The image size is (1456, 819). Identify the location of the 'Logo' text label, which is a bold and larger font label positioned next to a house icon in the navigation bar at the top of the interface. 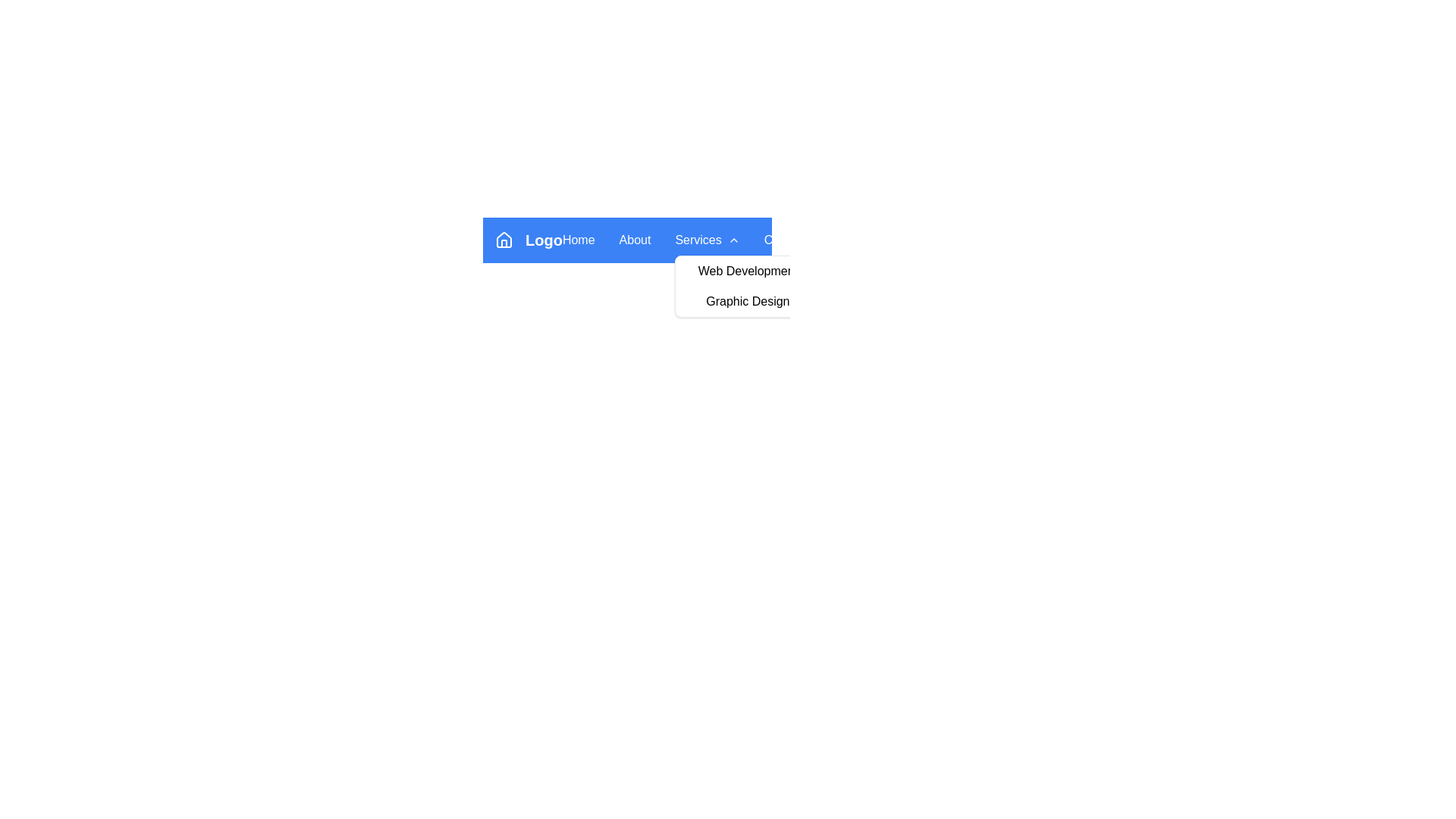
(529, 239).